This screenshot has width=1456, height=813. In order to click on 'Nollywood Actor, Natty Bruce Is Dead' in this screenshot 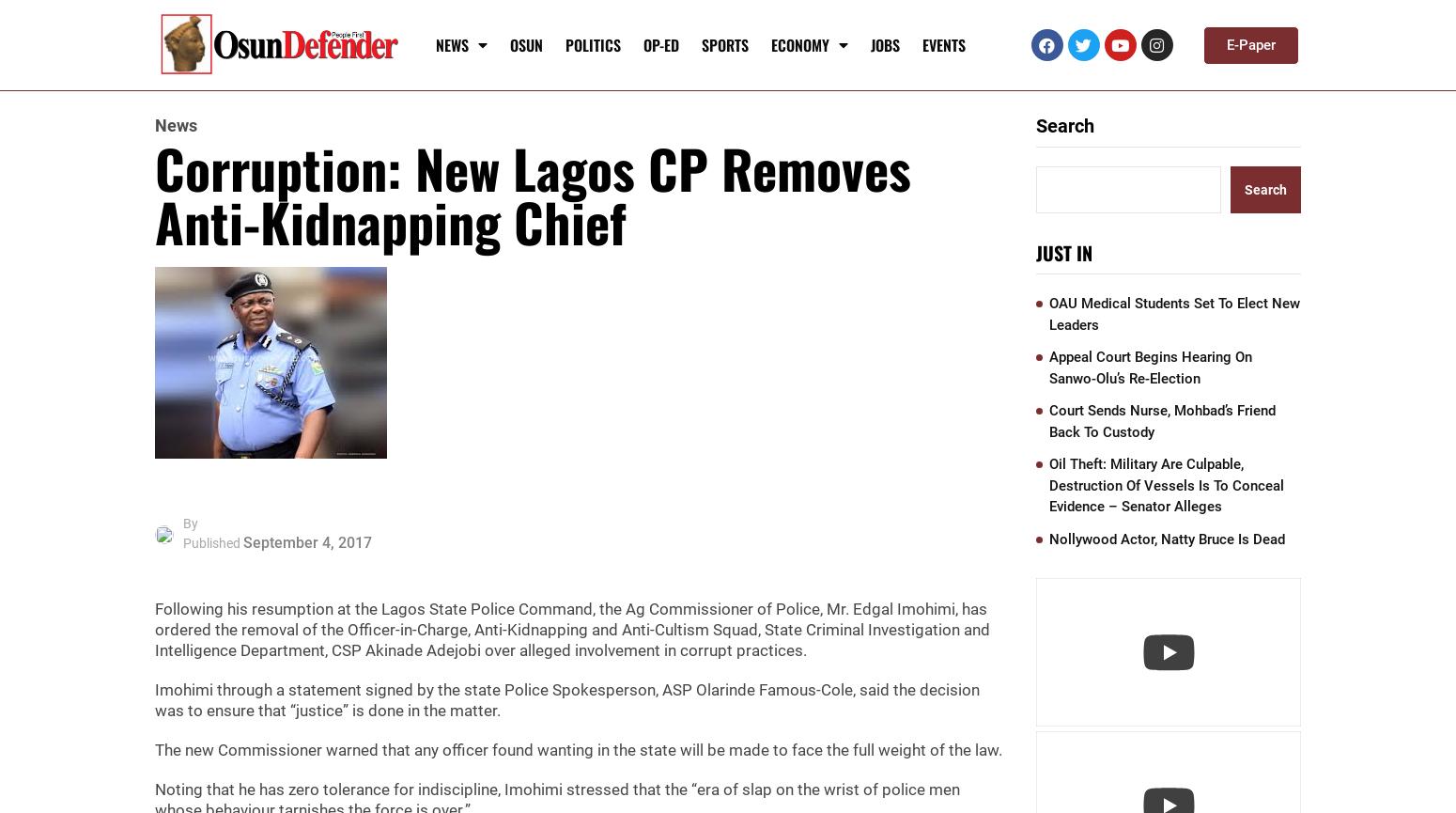, I will do `click(1165, 537)`.